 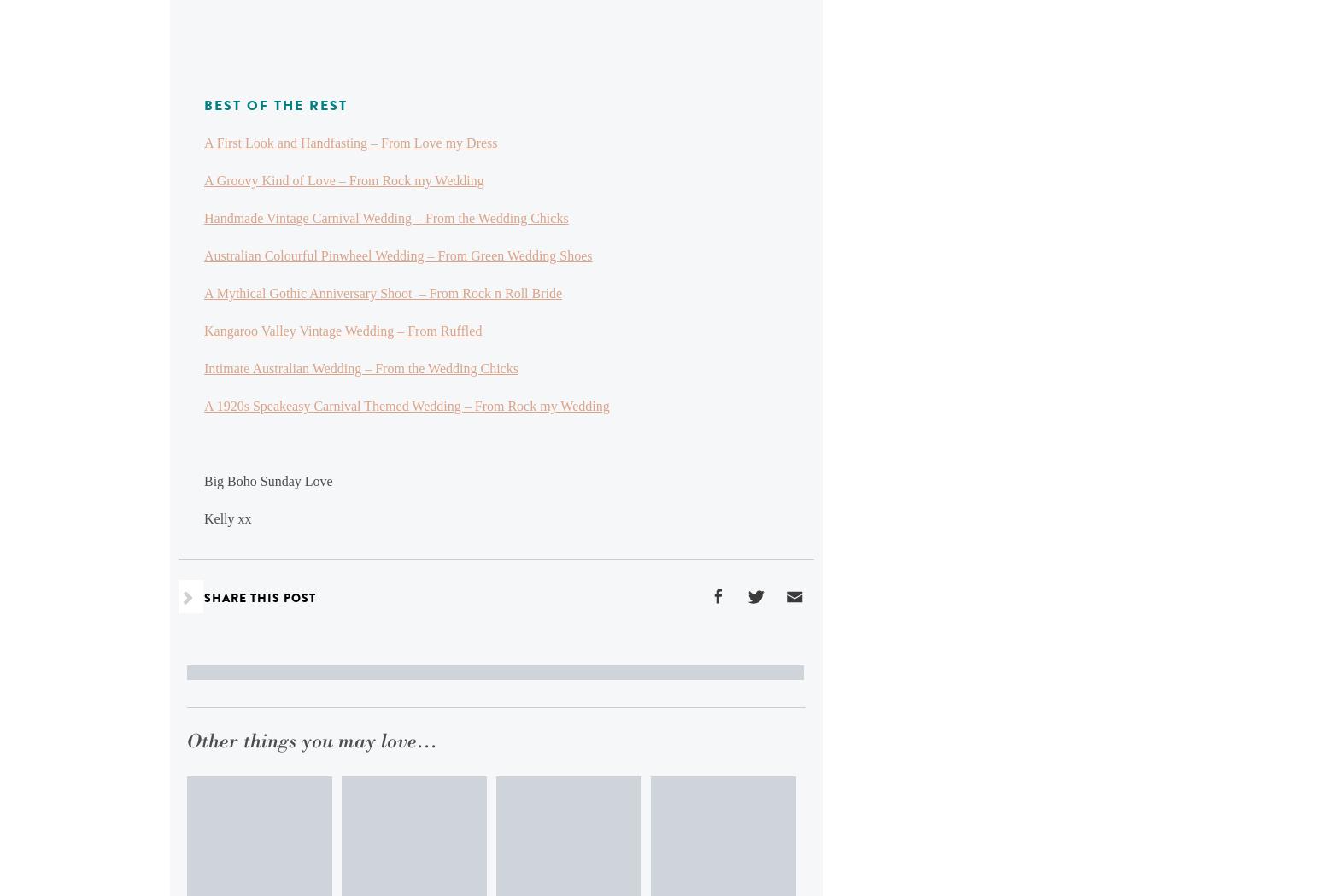 What do you see at coordinates (385, 217) in the screenshot?
I see `'Handmade Vintage Carnival Wedding – From the Wedding Chicks'` at bounding box center [385, 217].